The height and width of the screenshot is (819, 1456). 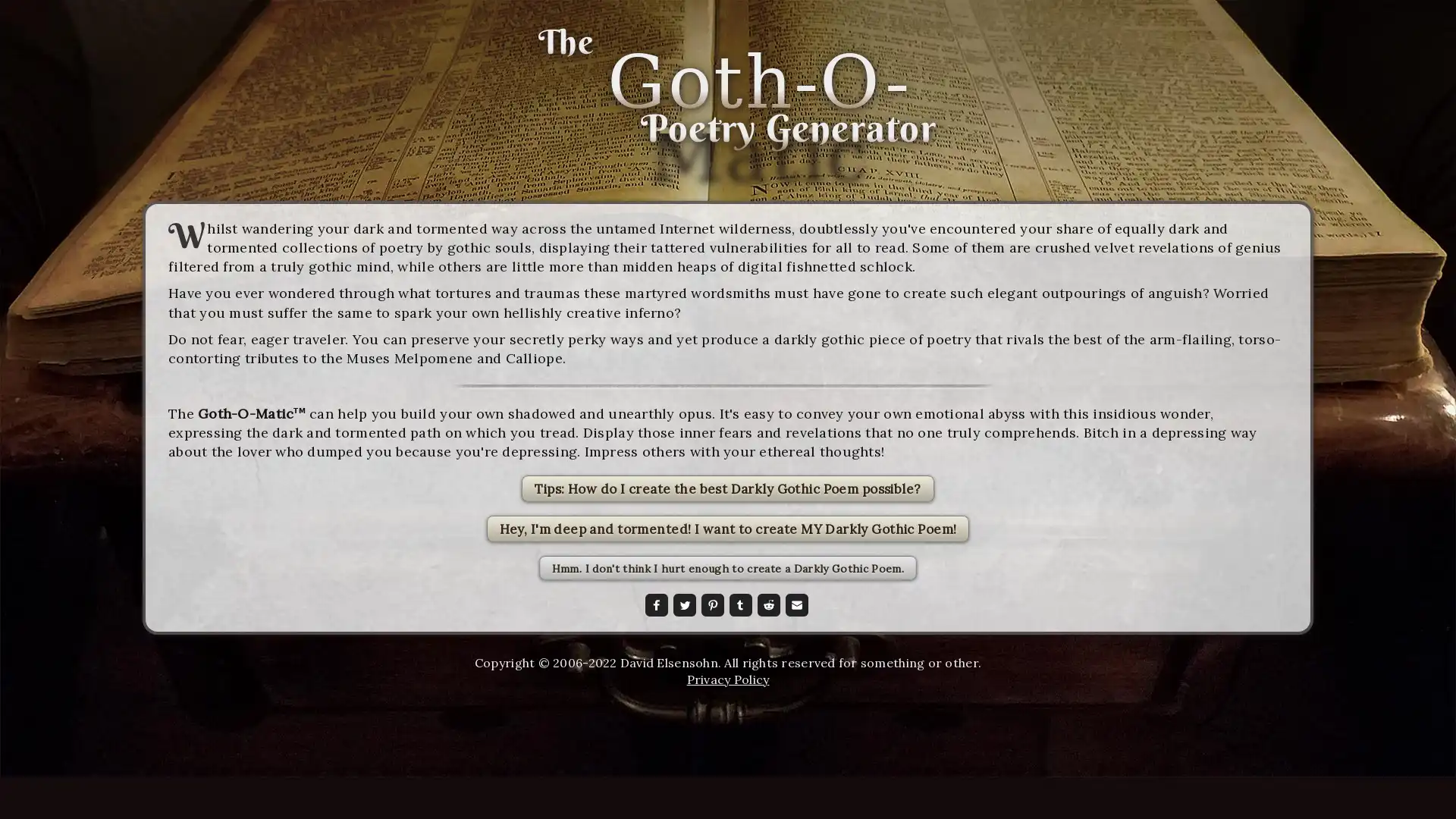 I want to click on Share to Twitter, so click(x=688, y=604).